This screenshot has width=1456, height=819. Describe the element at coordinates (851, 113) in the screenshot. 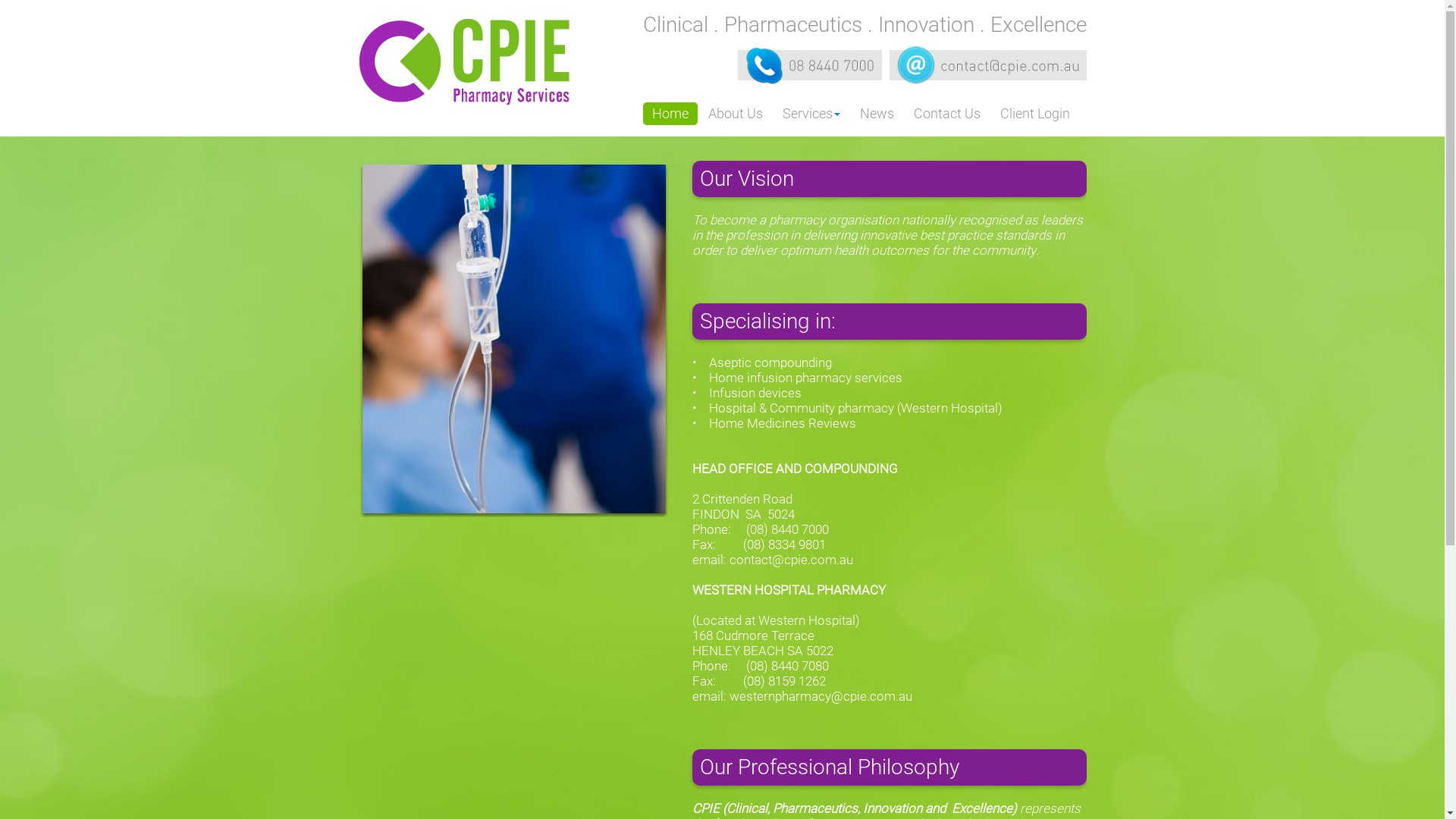

I see `'News'` at that location.